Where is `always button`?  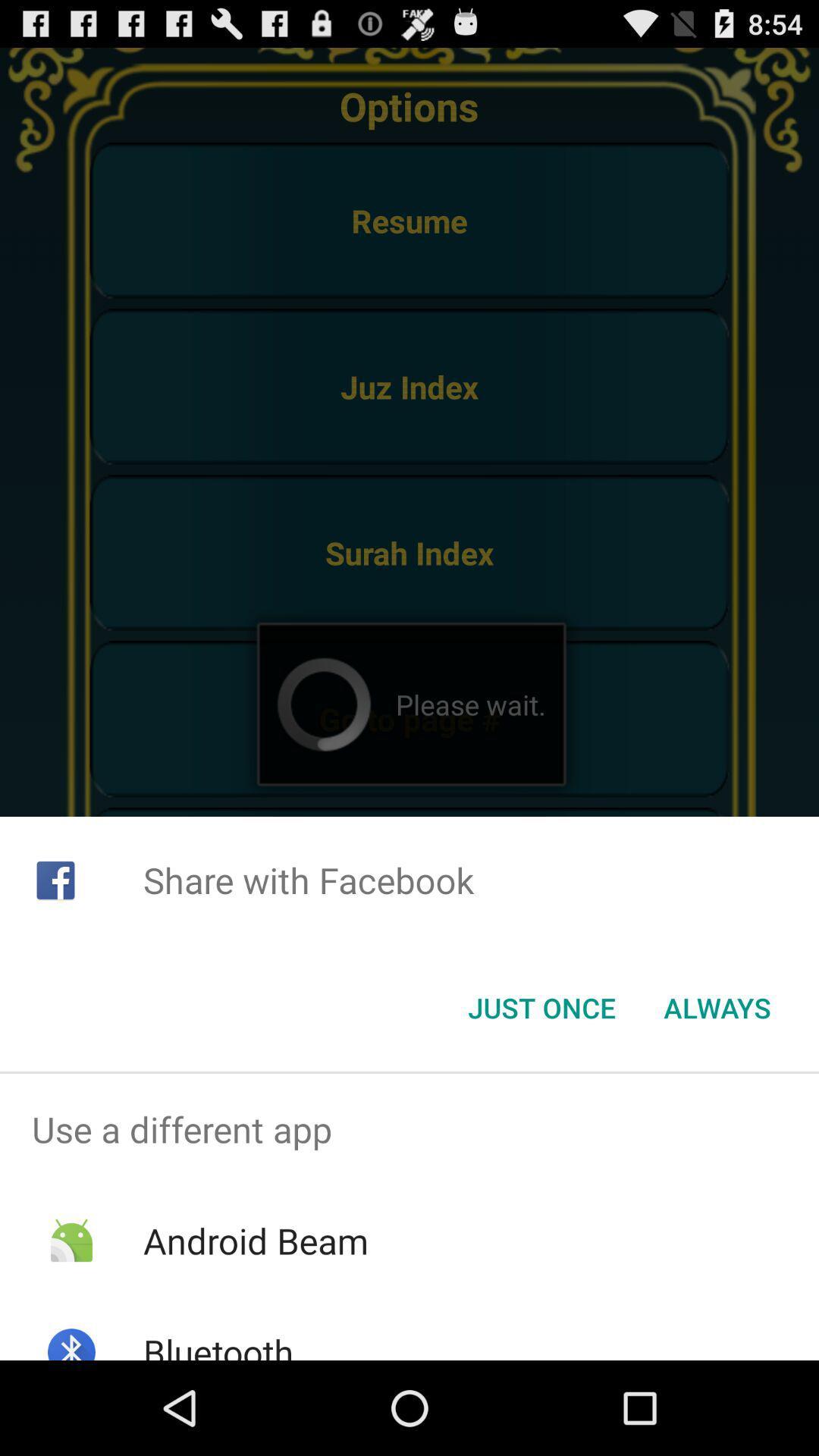 always button is located at coordinates (717, 1008).